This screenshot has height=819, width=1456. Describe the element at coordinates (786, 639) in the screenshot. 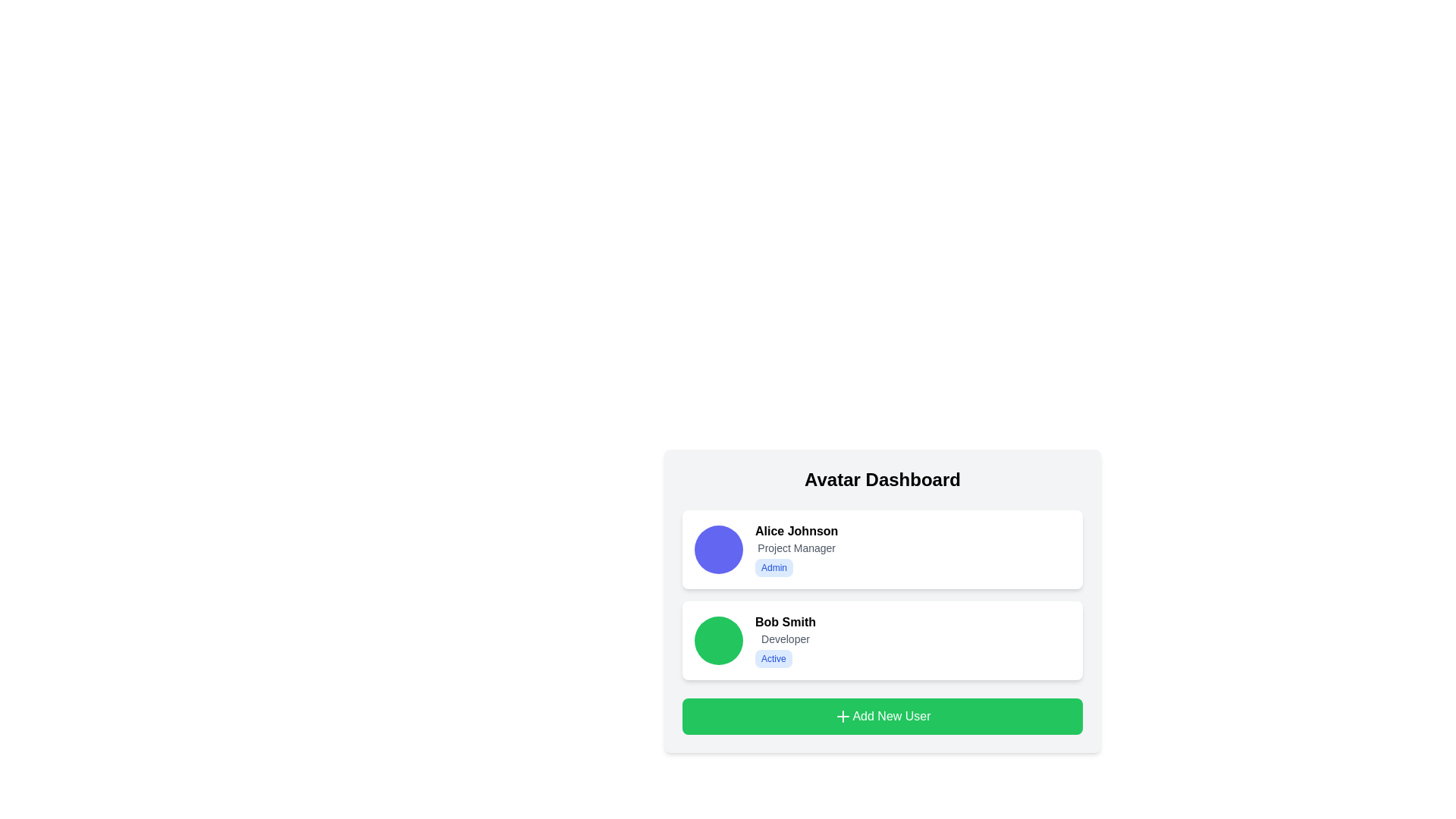

I see `the static text label indicating the user role 'Developer', which is centrally positioned below 'Bob Smith' and above the 'Active' label within the user information card` at that location.